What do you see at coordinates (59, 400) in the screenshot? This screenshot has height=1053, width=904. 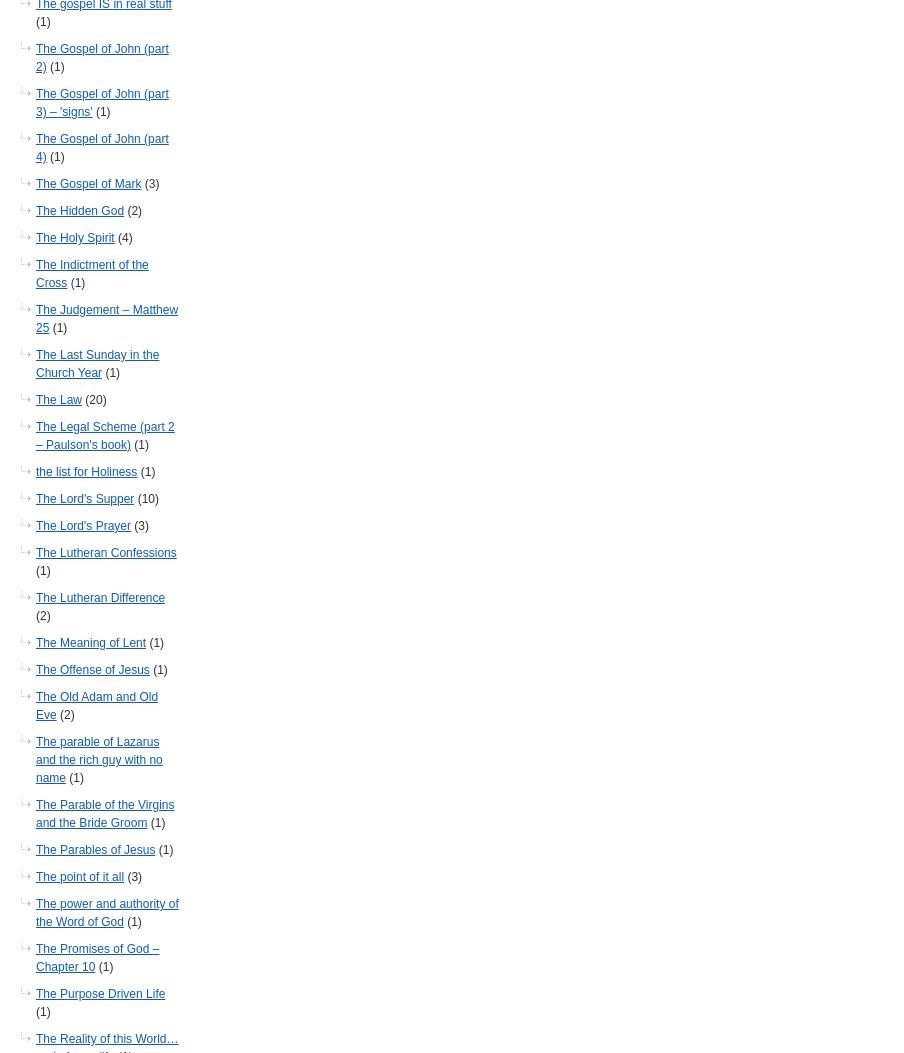 I see `'The Law'` at bounding box center [59, 400].